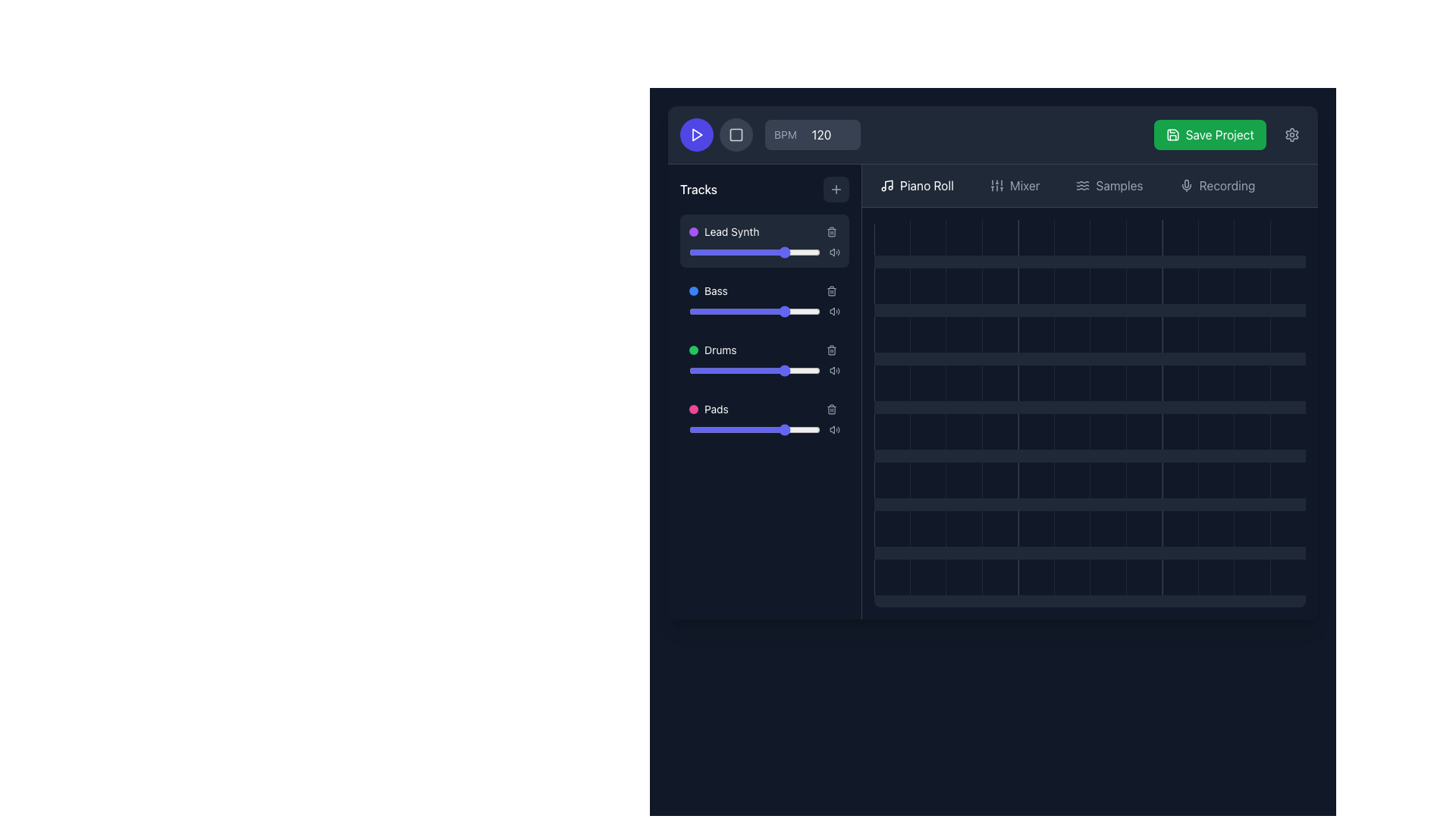 Image resolution: width=1456 pixels, height=819 pixels. I want to click on the interactive grid cell located in the 5th row and 2nd column of the grid layout, so click(927, 480).